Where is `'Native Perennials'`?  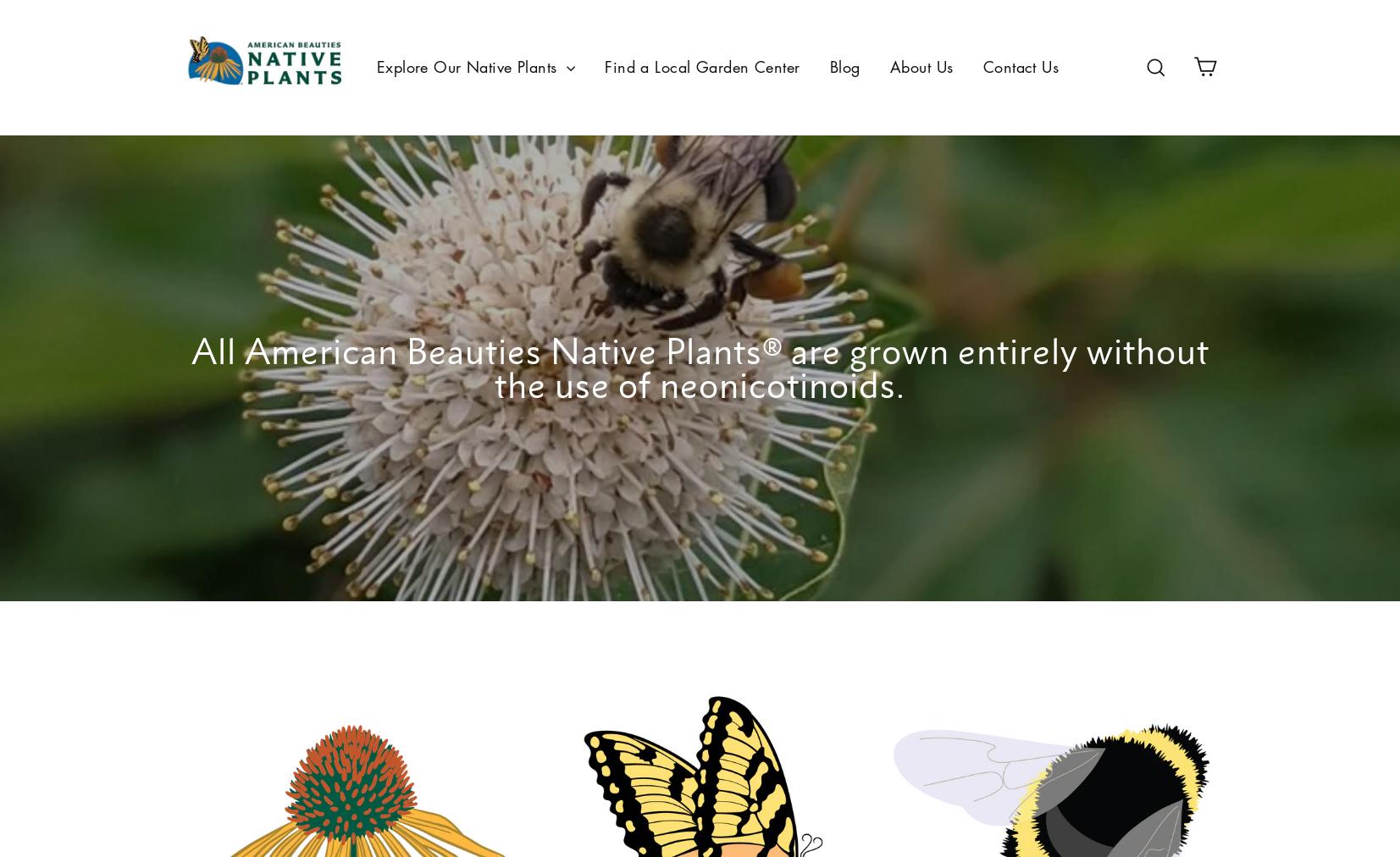 'Native Perennials' is located at coordinates (436, 181).